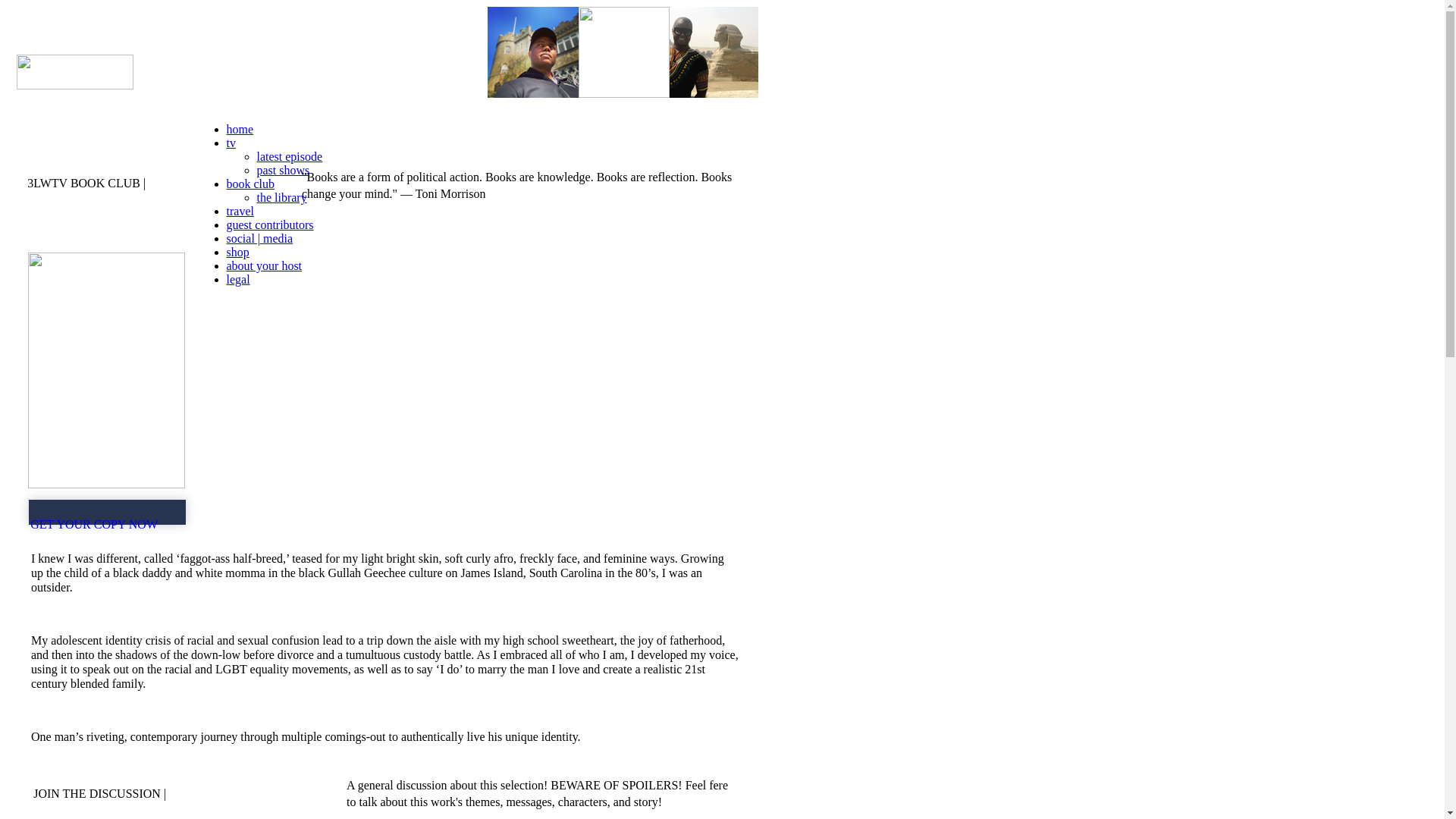 This screenshot has width=1456, height=819. Describe the element at coordinates (264, 265) in the screenshot. I see `'about your host'` at that location.